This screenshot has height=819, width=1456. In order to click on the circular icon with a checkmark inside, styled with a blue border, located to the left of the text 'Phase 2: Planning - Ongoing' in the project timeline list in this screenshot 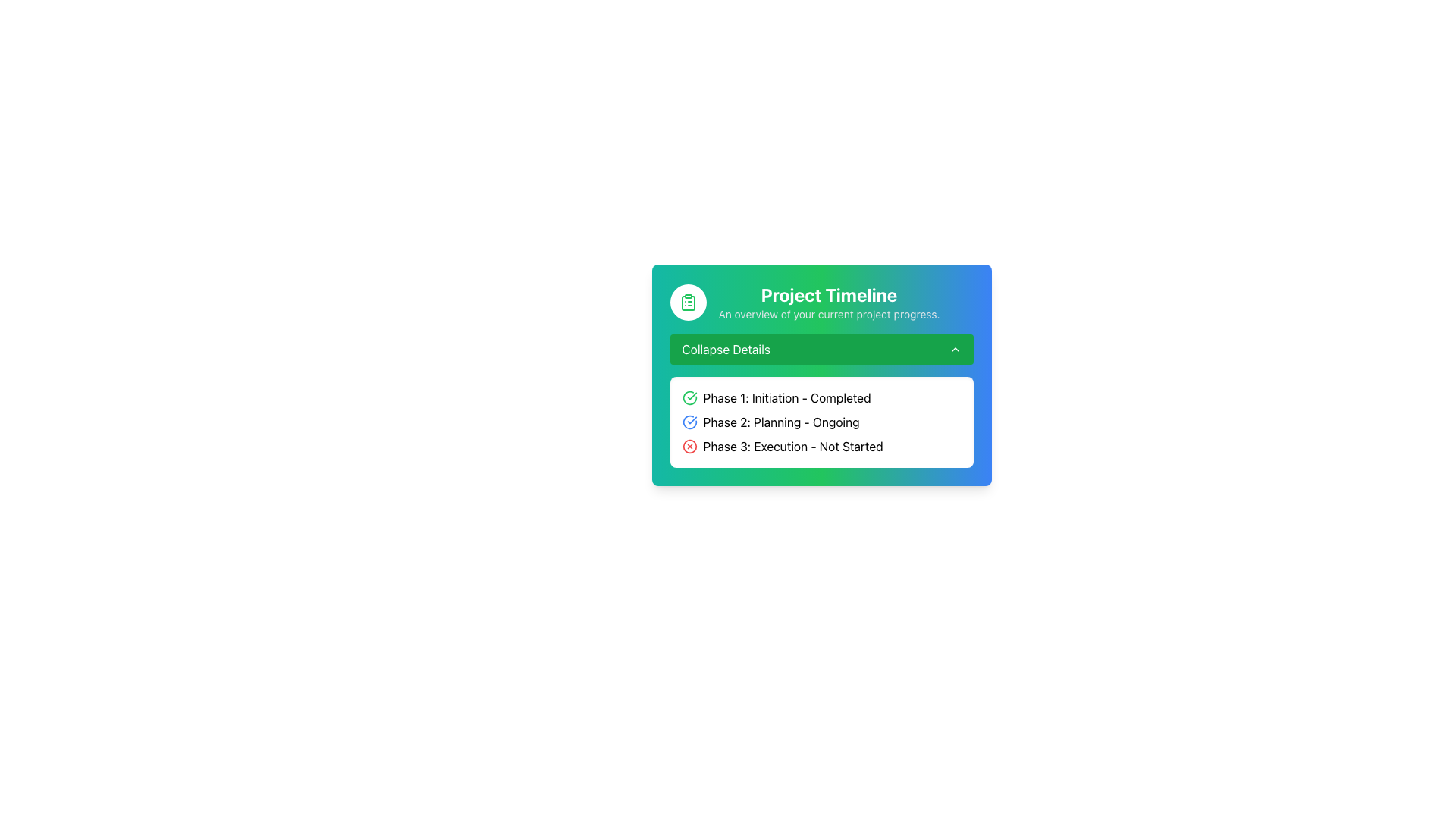, I will do `click(689, 422)`.